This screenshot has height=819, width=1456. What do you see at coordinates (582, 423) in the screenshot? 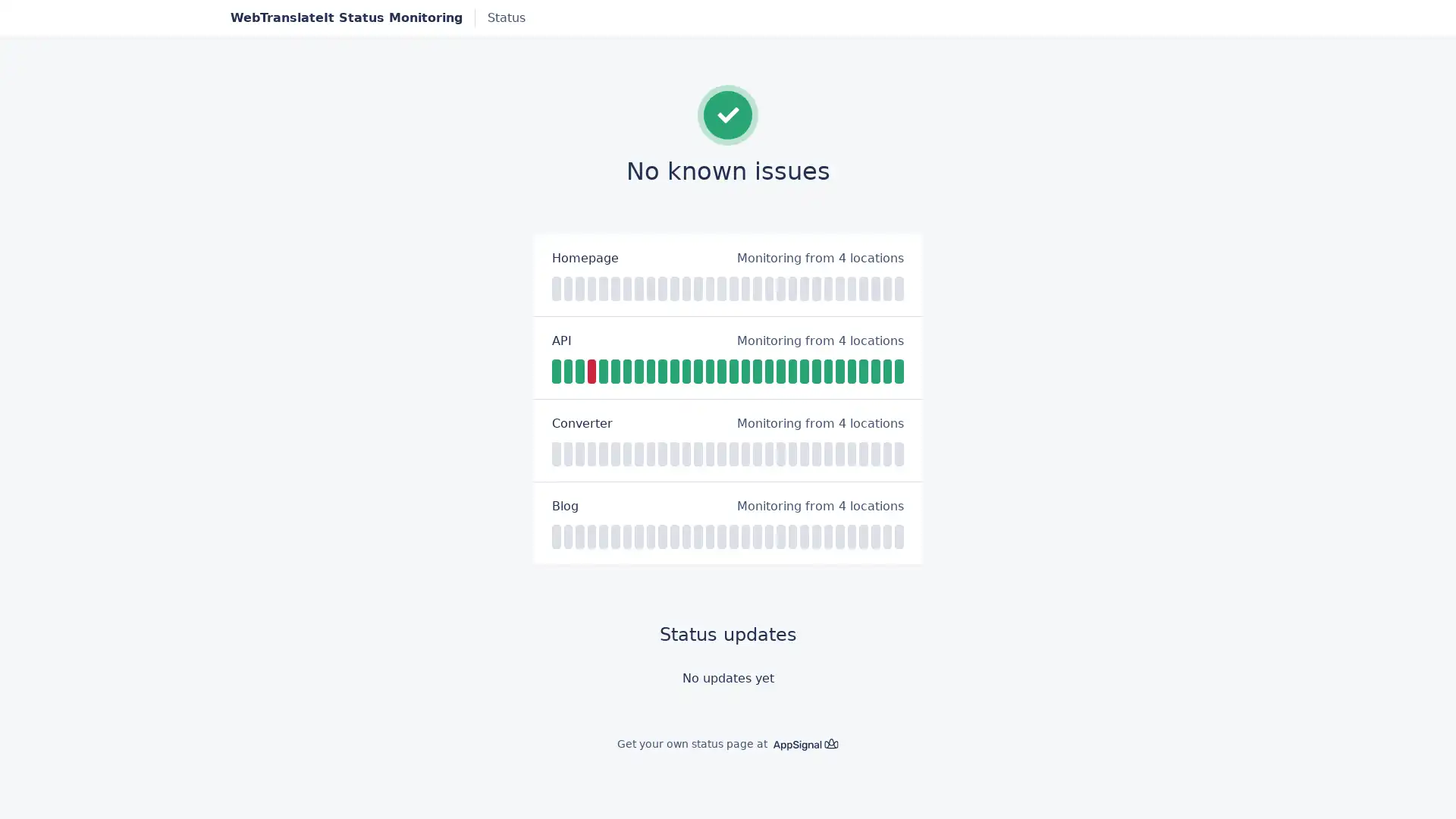
I see `Converter` at bounding box center [582, 423].